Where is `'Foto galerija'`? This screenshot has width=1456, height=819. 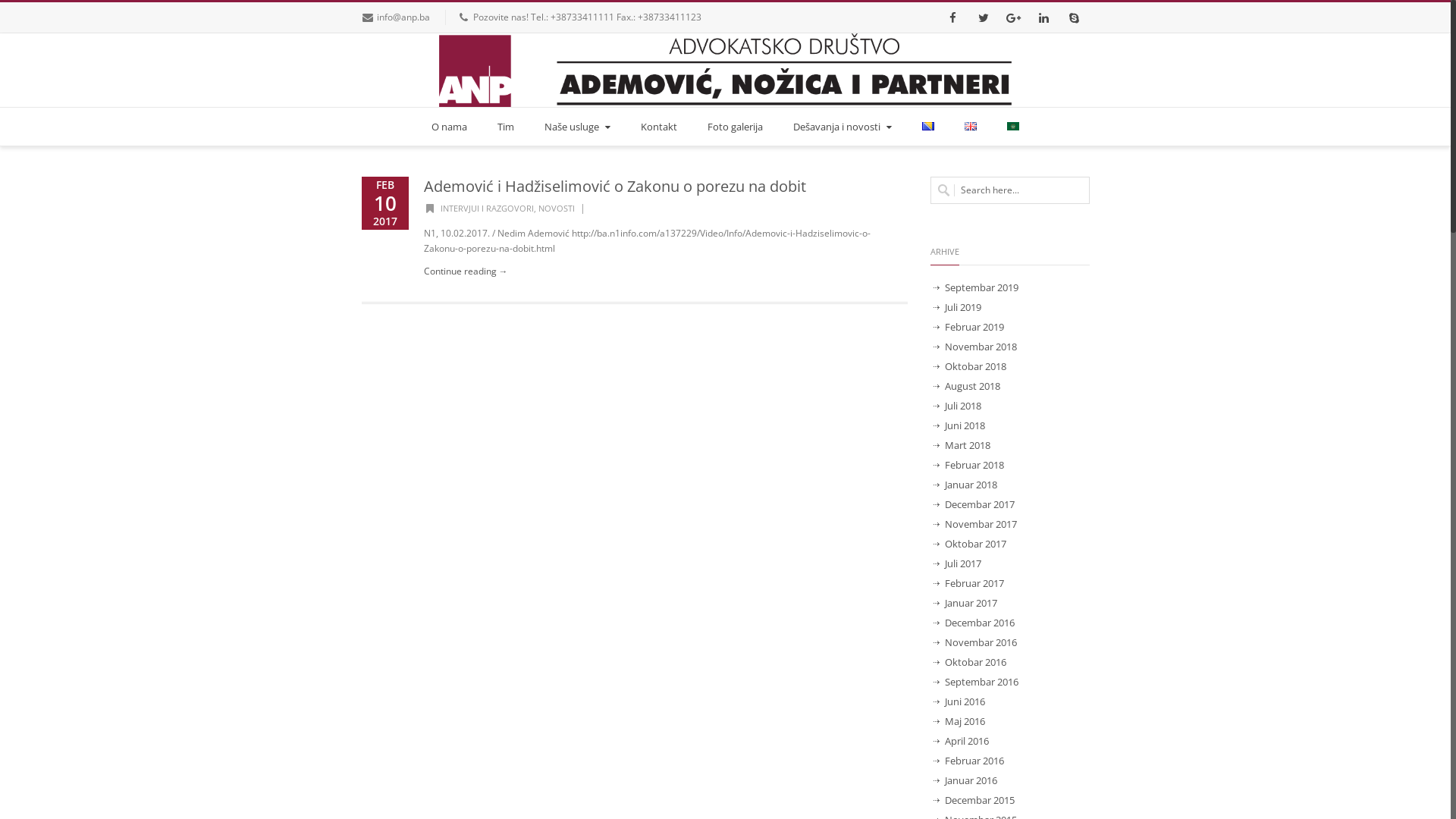 'Foto galerija' is located at coordinates (698, 125).